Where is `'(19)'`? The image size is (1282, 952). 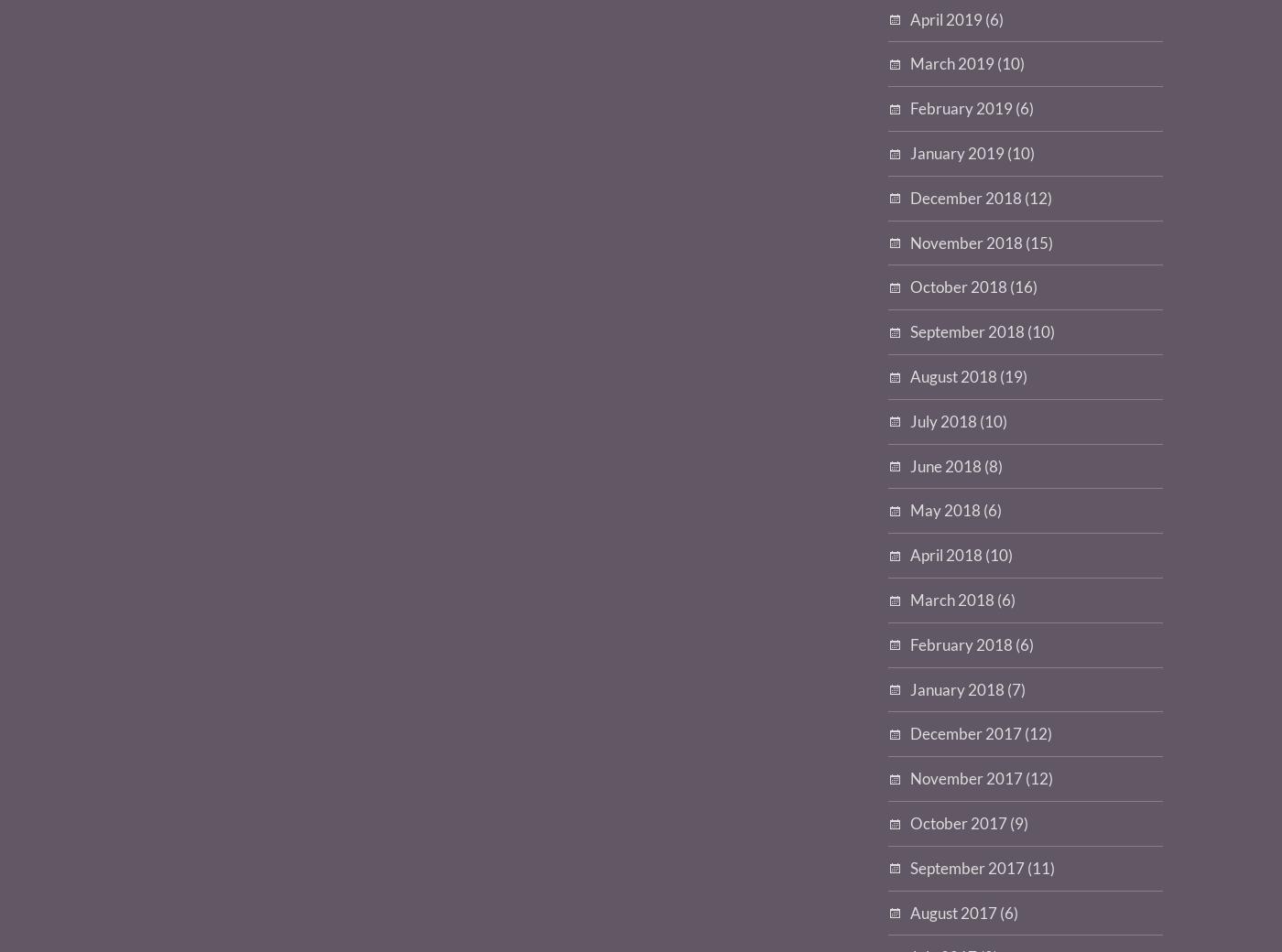 '(19)' is located at coordinates (1012, 375).